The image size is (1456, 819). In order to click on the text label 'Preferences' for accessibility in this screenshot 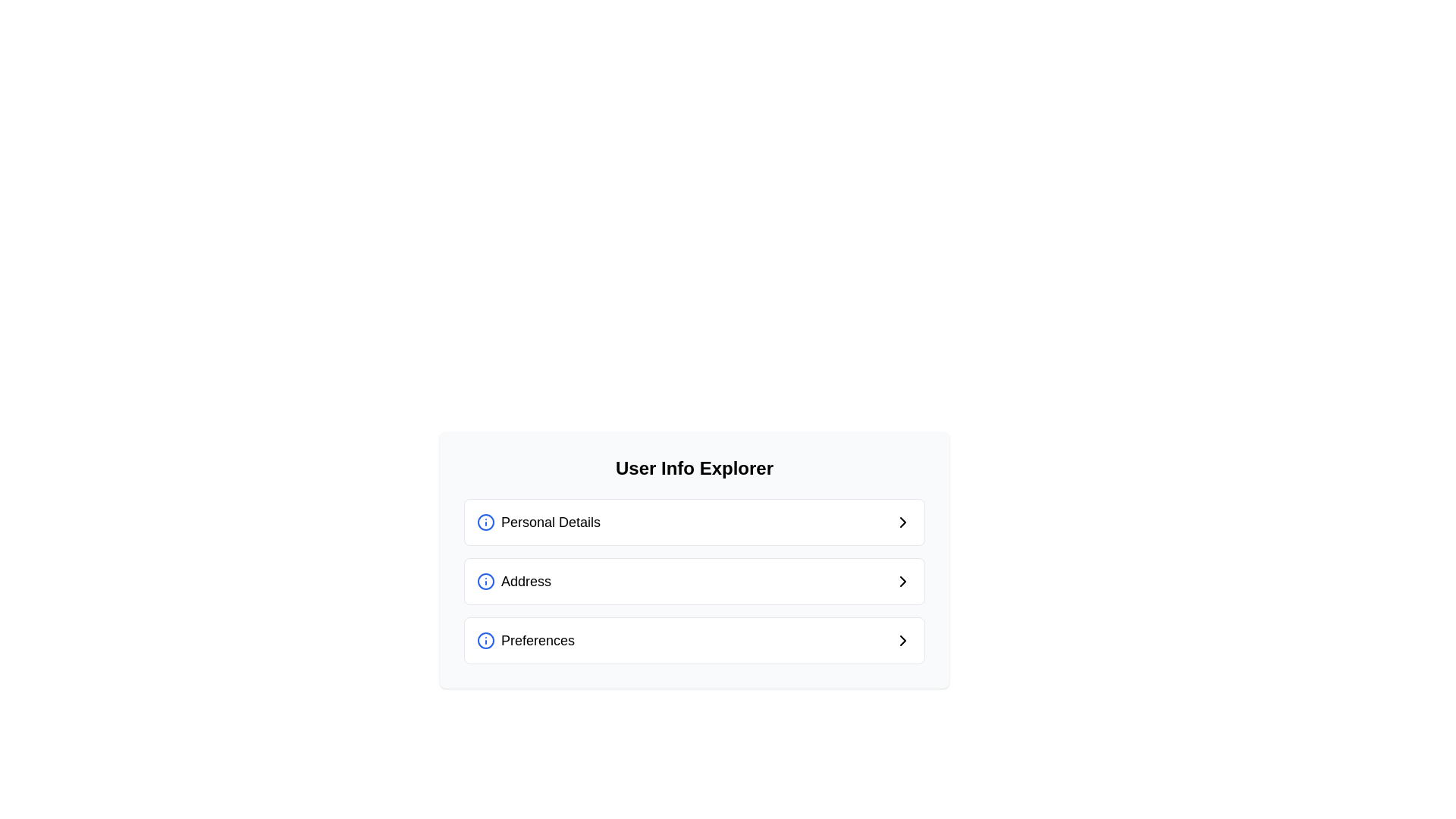, I will do `click(538, 640)`.